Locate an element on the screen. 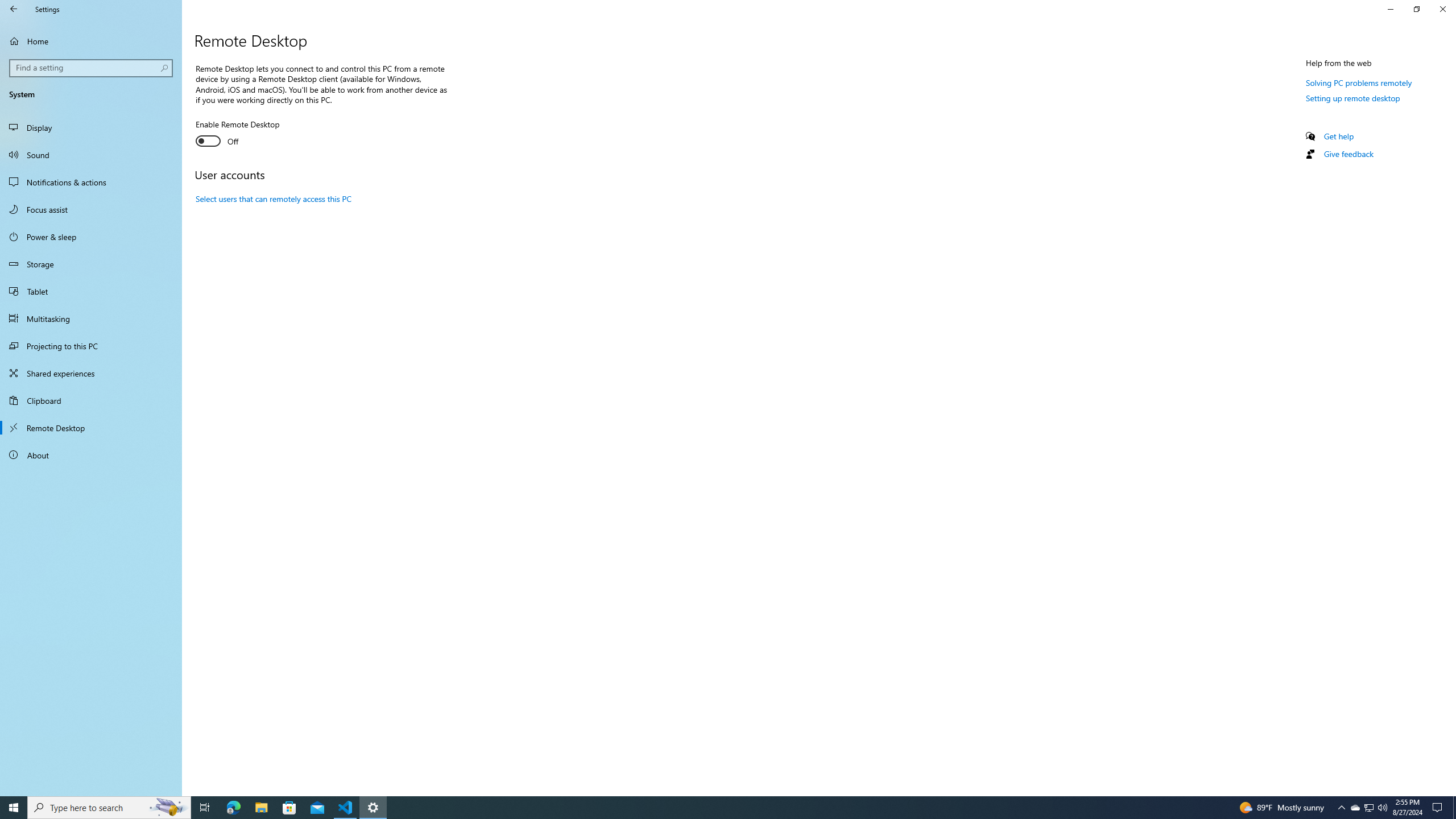  'Settings - 1 running window' is located at coordinates (373, 806).